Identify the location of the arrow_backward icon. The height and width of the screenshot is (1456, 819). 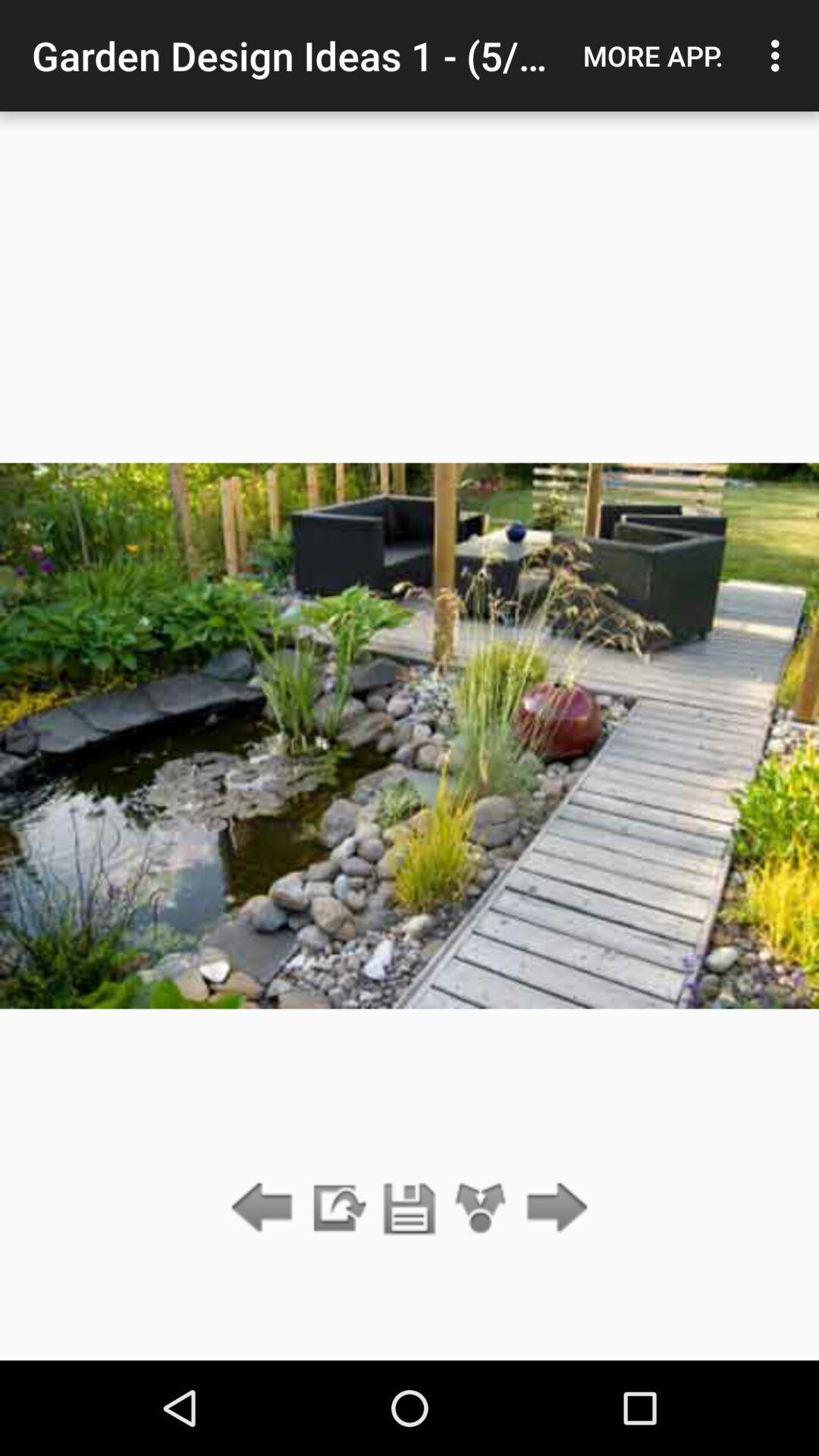
(265, 1208).